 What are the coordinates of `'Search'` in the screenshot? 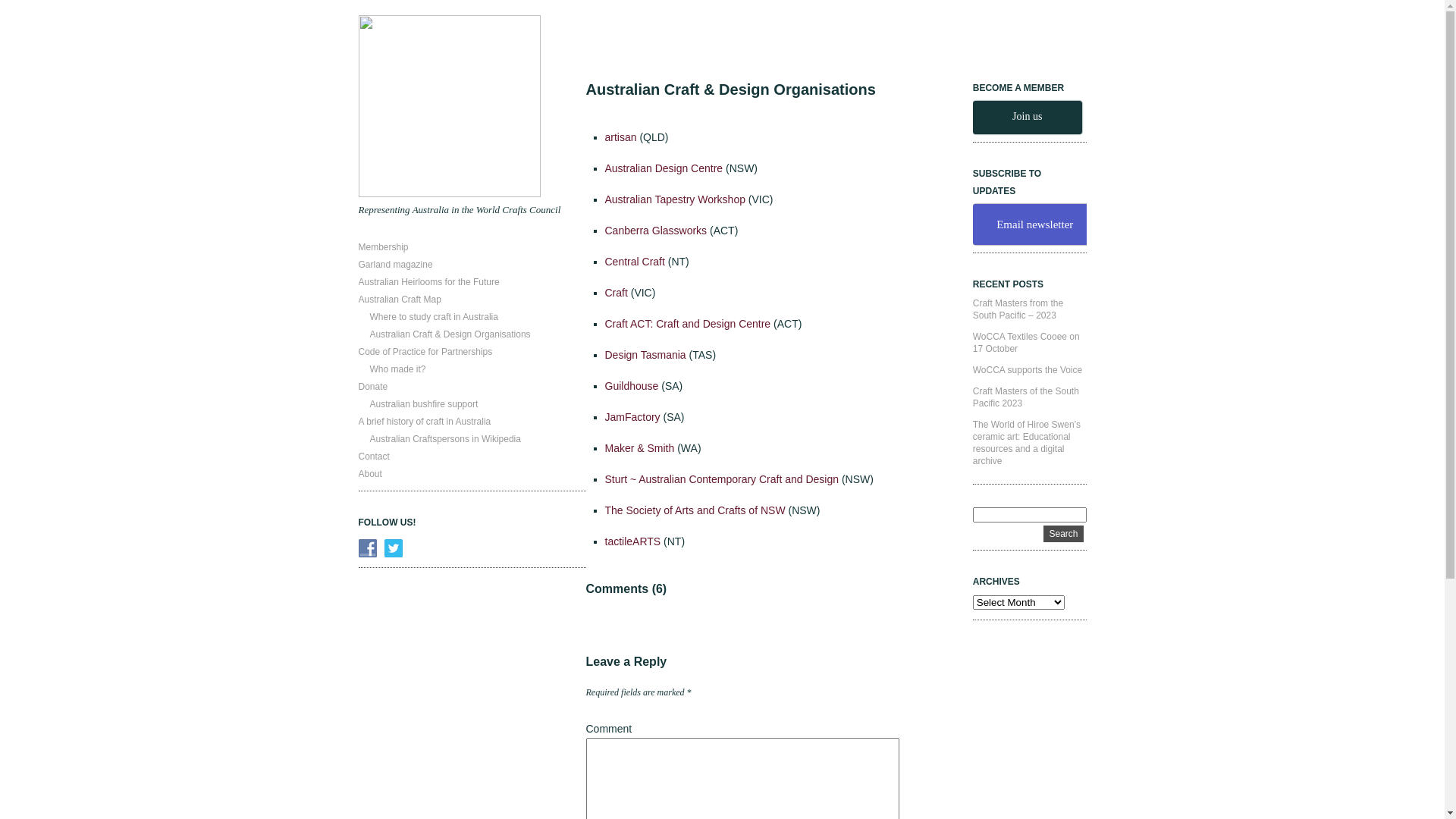 It's located at (1062, 533).